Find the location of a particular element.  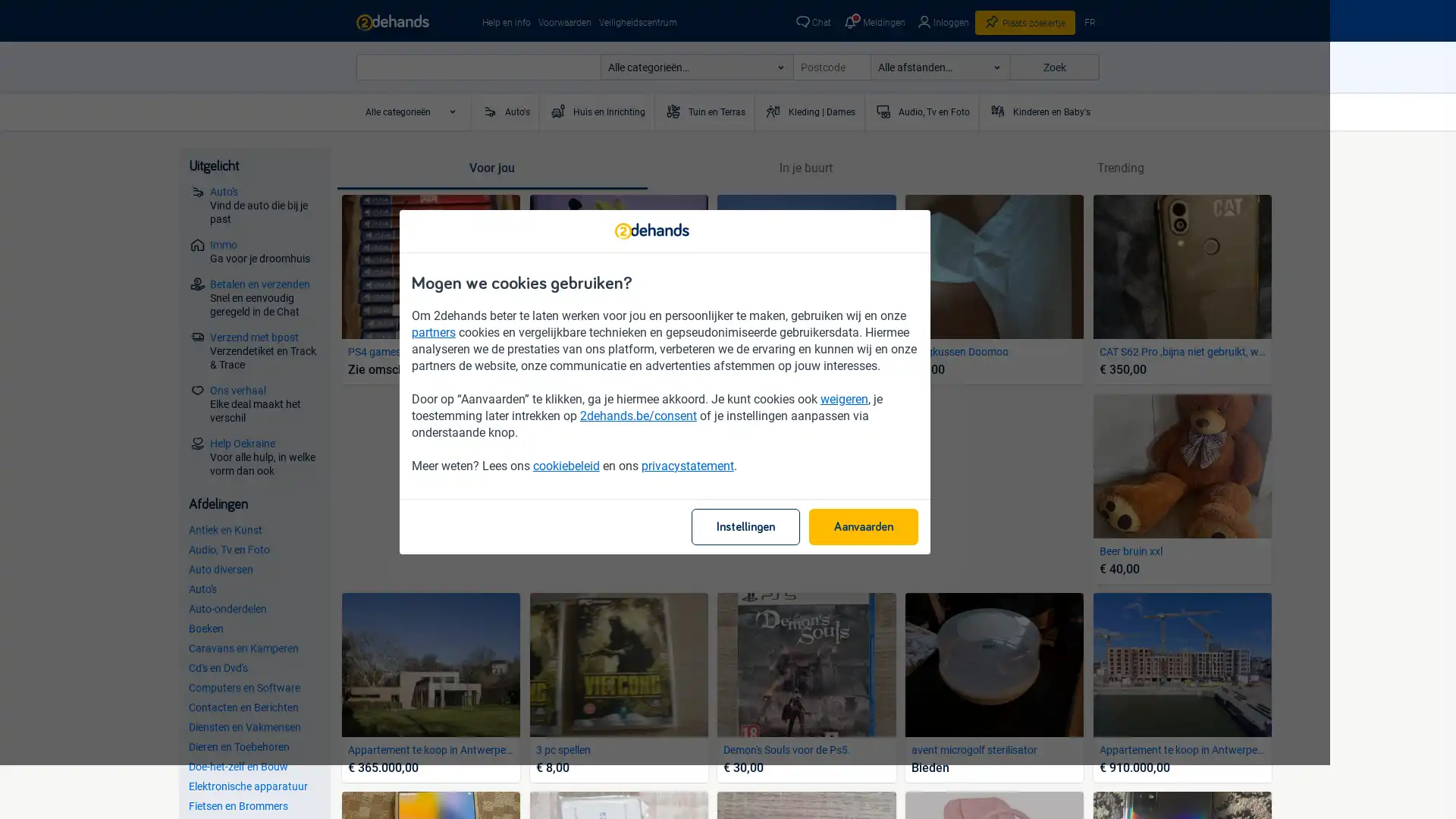

Aanvaarden is located at coordinates (926, 554).